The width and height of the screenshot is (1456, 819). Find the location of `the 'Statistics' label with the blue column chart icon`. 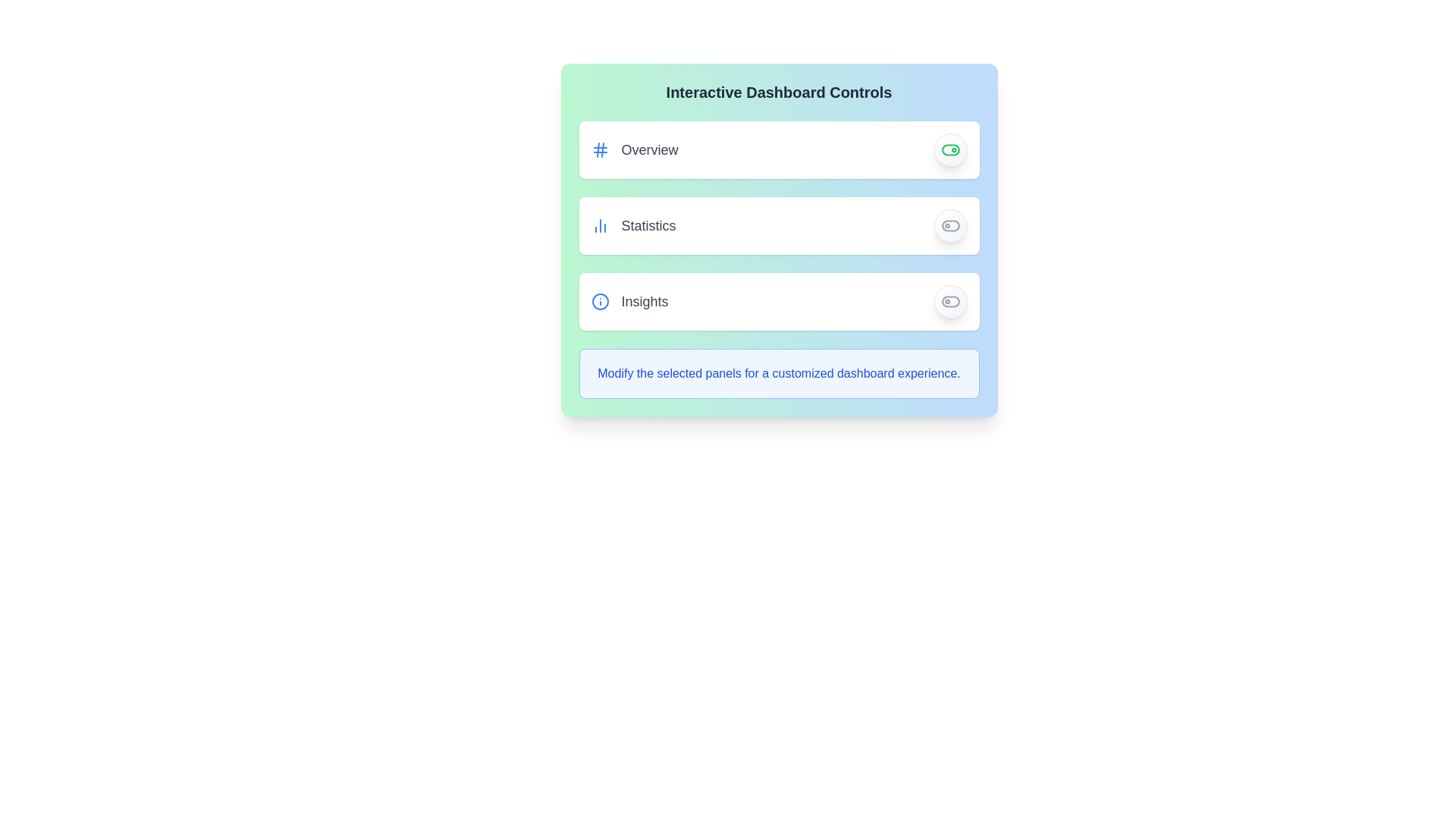

the 'Statistics' label with the blue column chart icon is located at coordinates (633, 225).